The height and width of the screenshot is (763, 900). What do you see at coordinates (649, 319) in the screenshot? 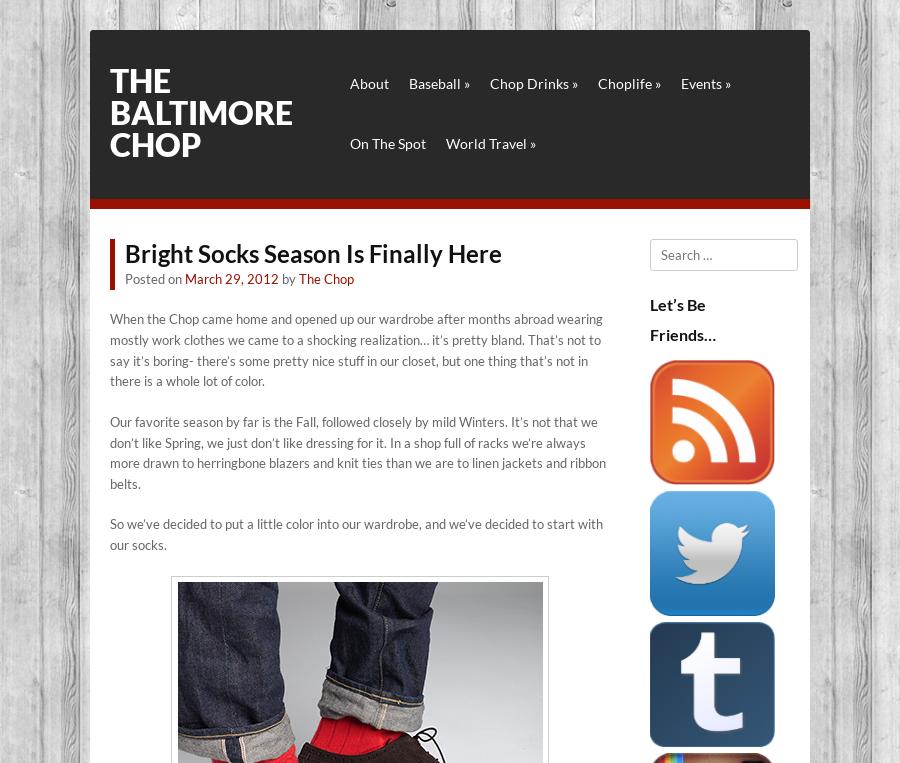
I see `'Let’s Be Friends…'` at bounding box center [649, 319].